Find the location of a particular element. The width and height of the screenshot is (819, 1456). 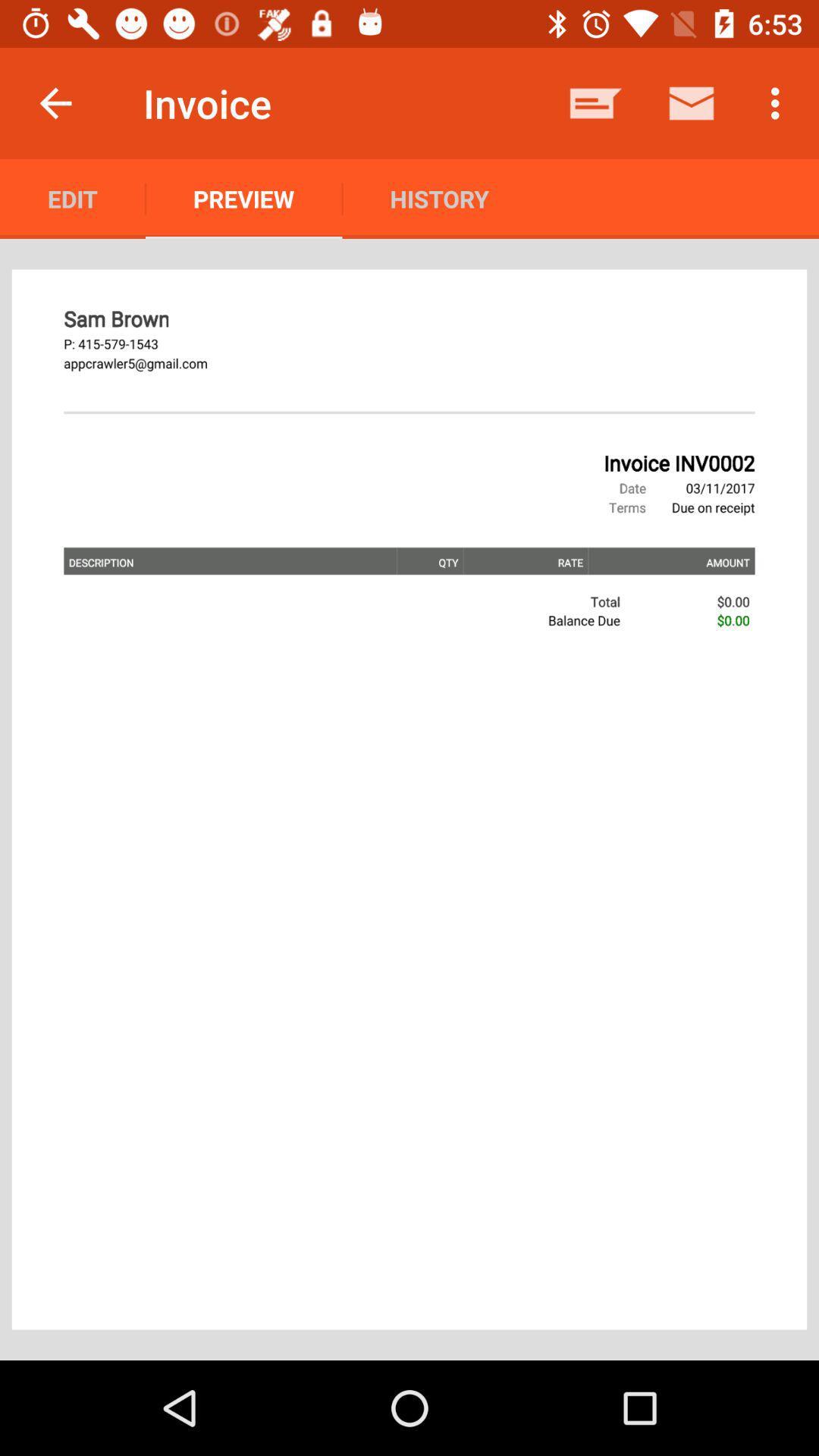

the icon to the right of the preview is located at coordinates (439, 198).